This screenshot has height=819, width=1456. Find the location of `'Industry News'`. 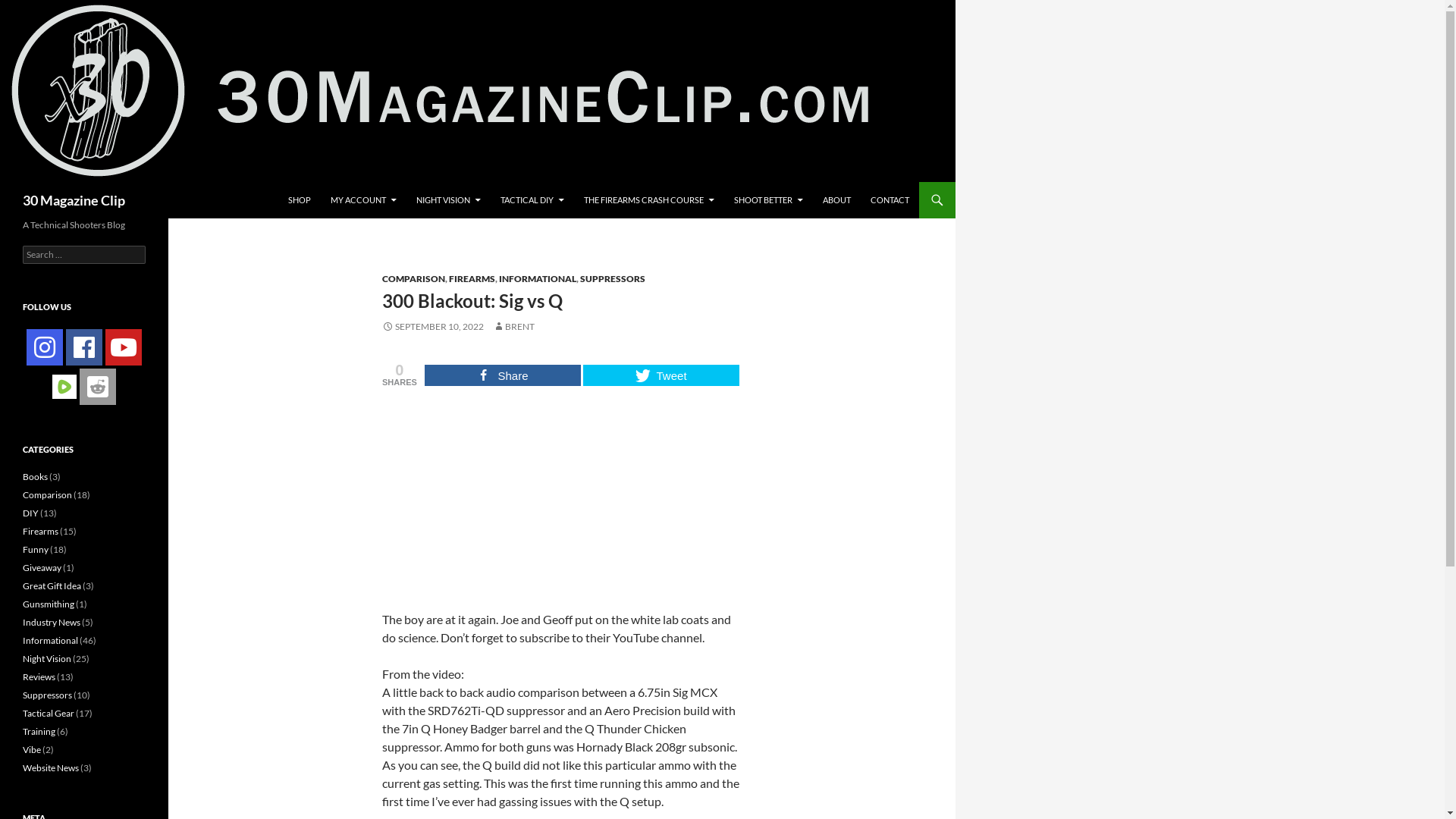

'Industry News' is located at coordinates (51, 622).